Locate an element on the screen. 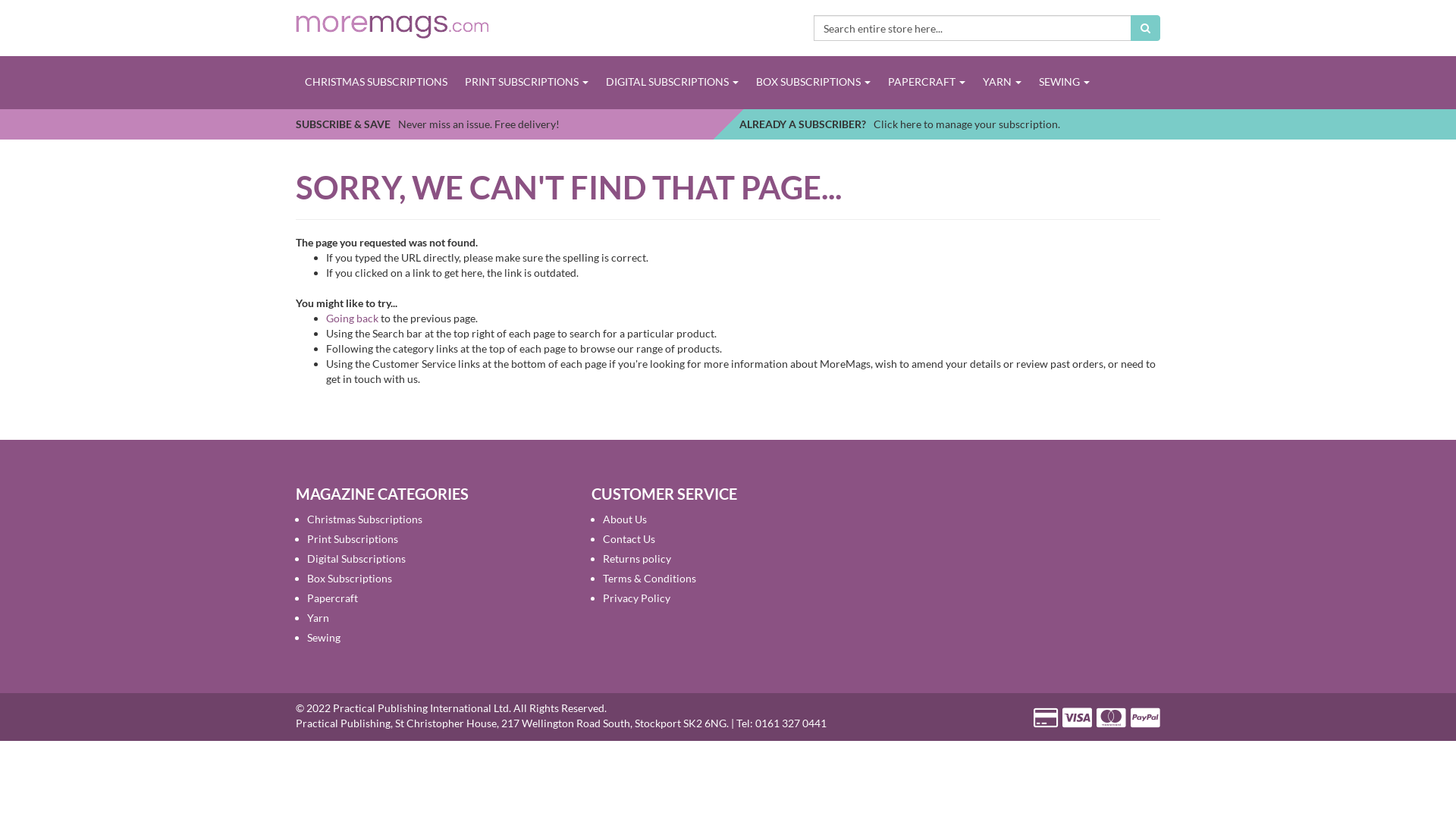 This screenshot has width=1456, height=819. 'PAPERCRAFT' is located at coordinates (925, 82).